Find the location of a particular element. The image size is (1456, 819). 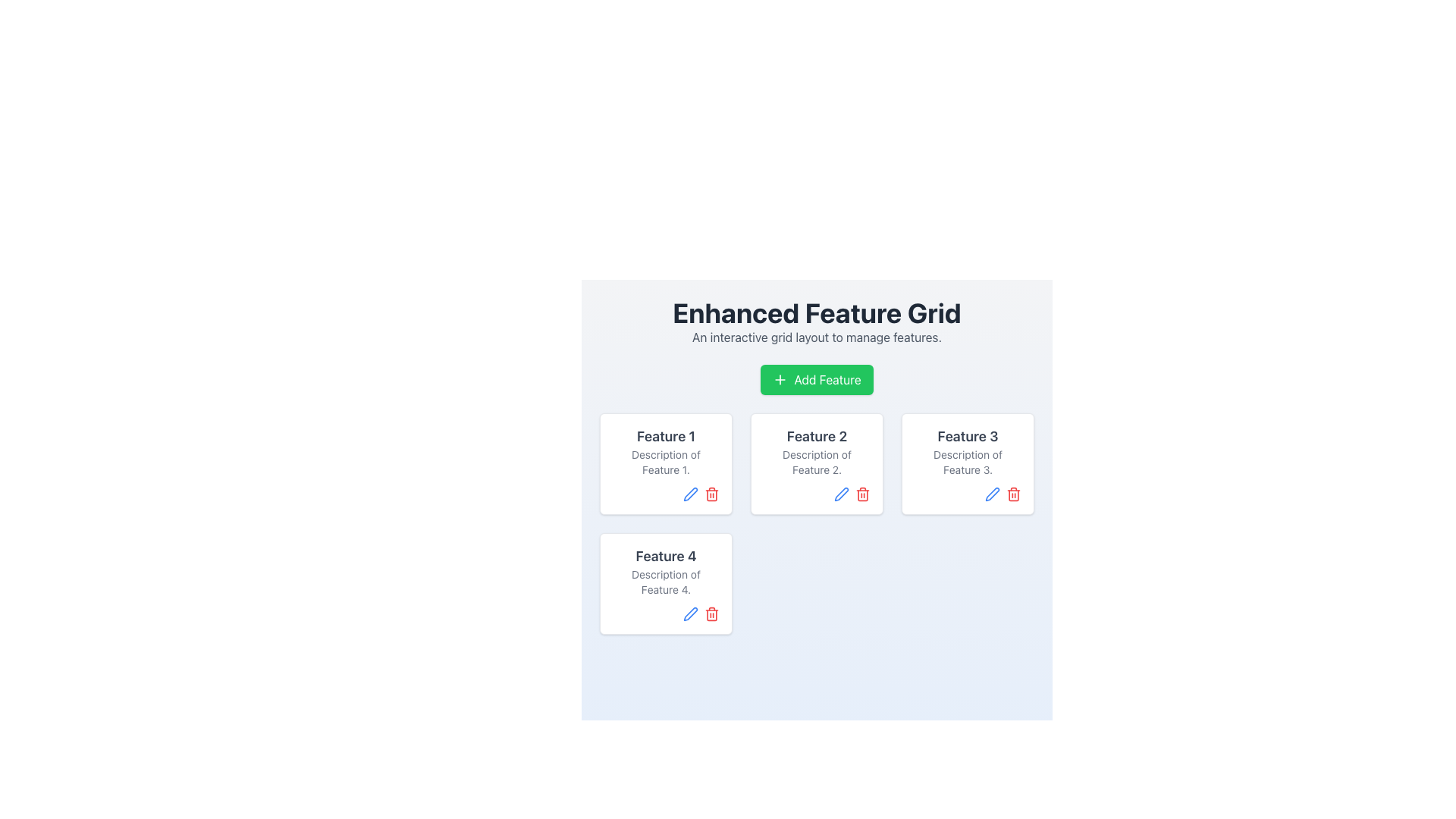

the Card section located in the second row of the grid, directly below the 'Feature 1' card in the first column is located at coordinates (666, 571).